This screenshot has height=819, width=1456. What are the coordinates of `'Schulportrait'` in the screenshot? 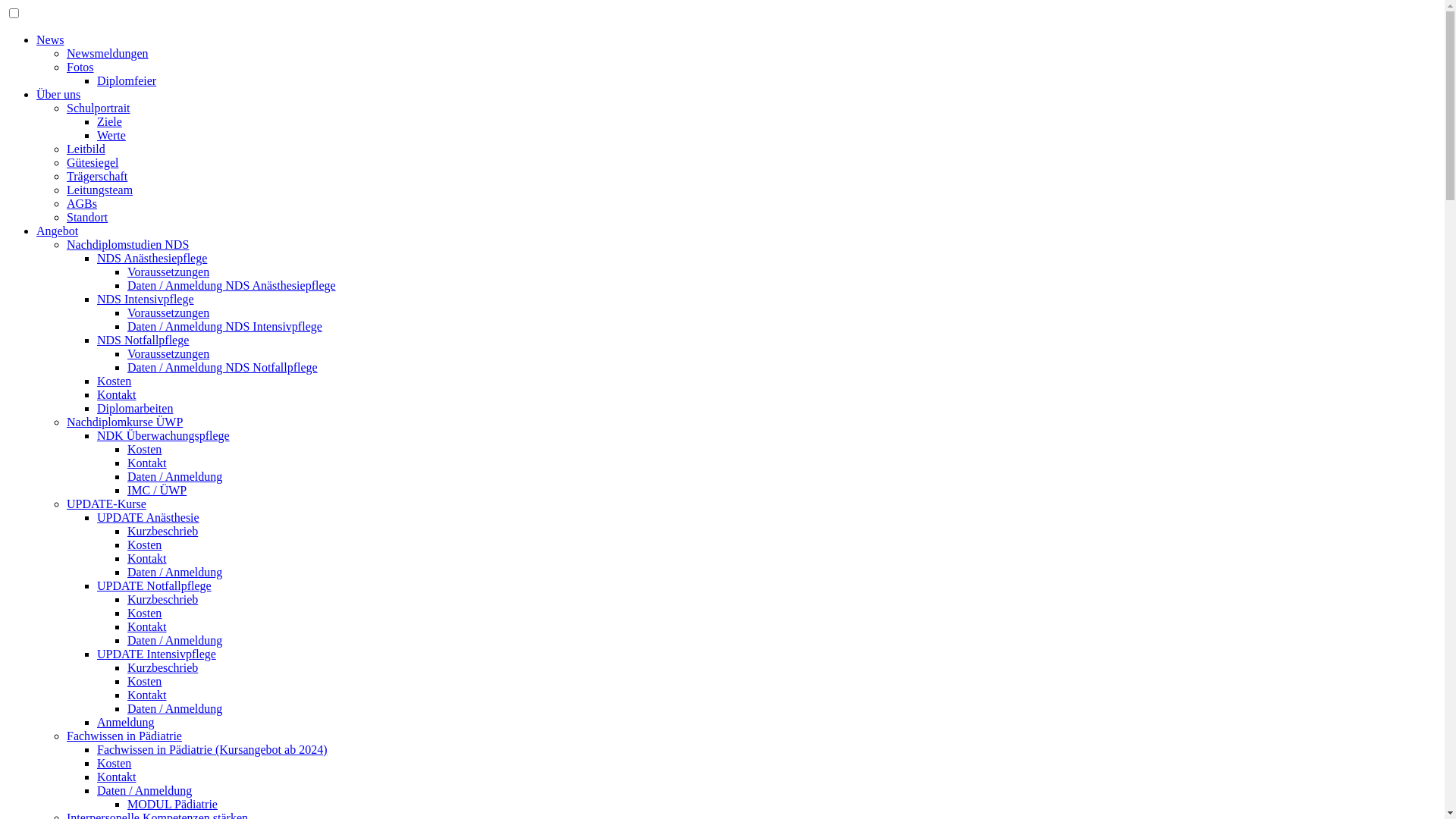 It's located at (97, 107).